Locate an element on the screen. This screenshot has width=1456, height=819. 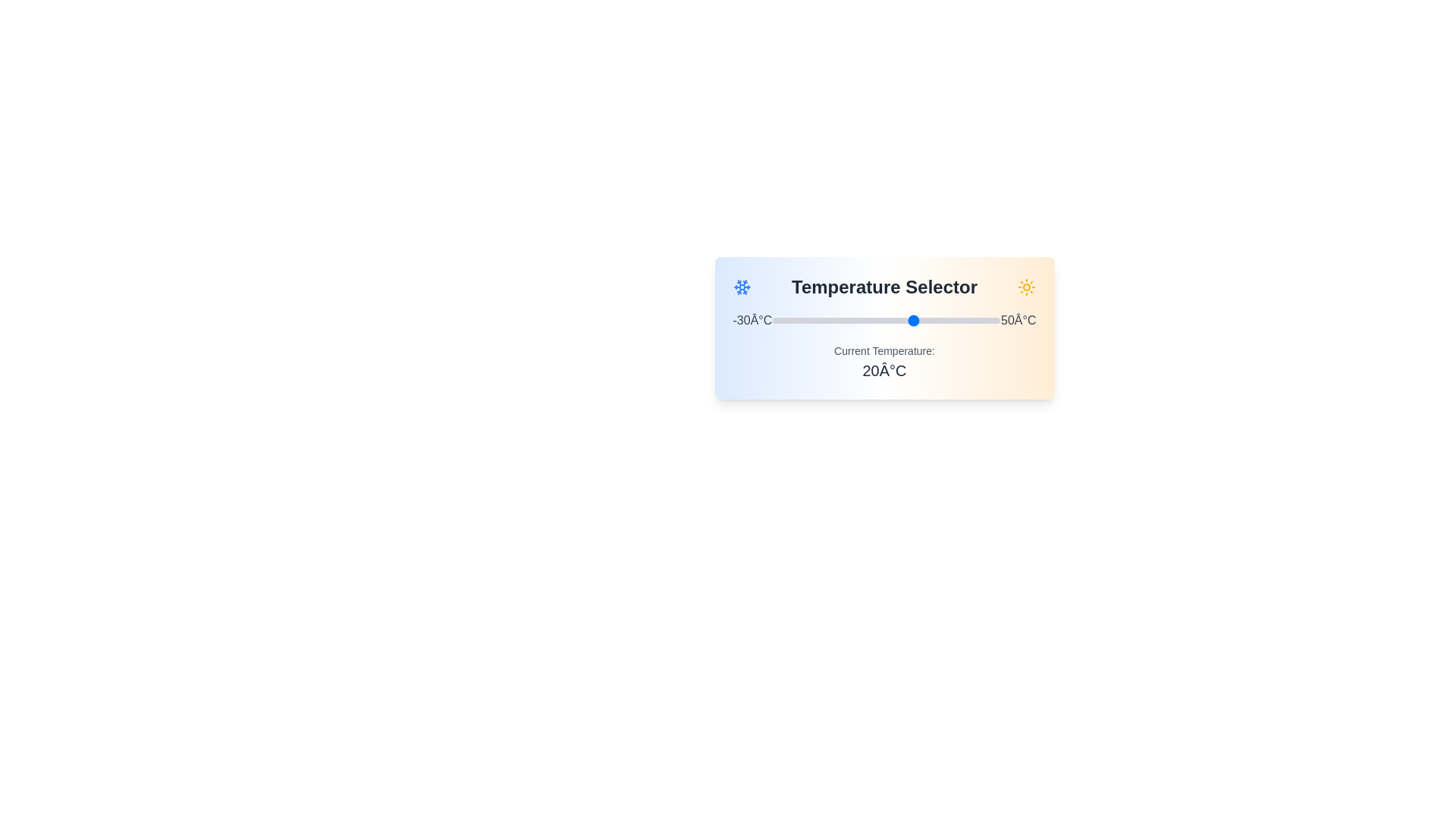
the temperature is located at coordinates (869, 320).